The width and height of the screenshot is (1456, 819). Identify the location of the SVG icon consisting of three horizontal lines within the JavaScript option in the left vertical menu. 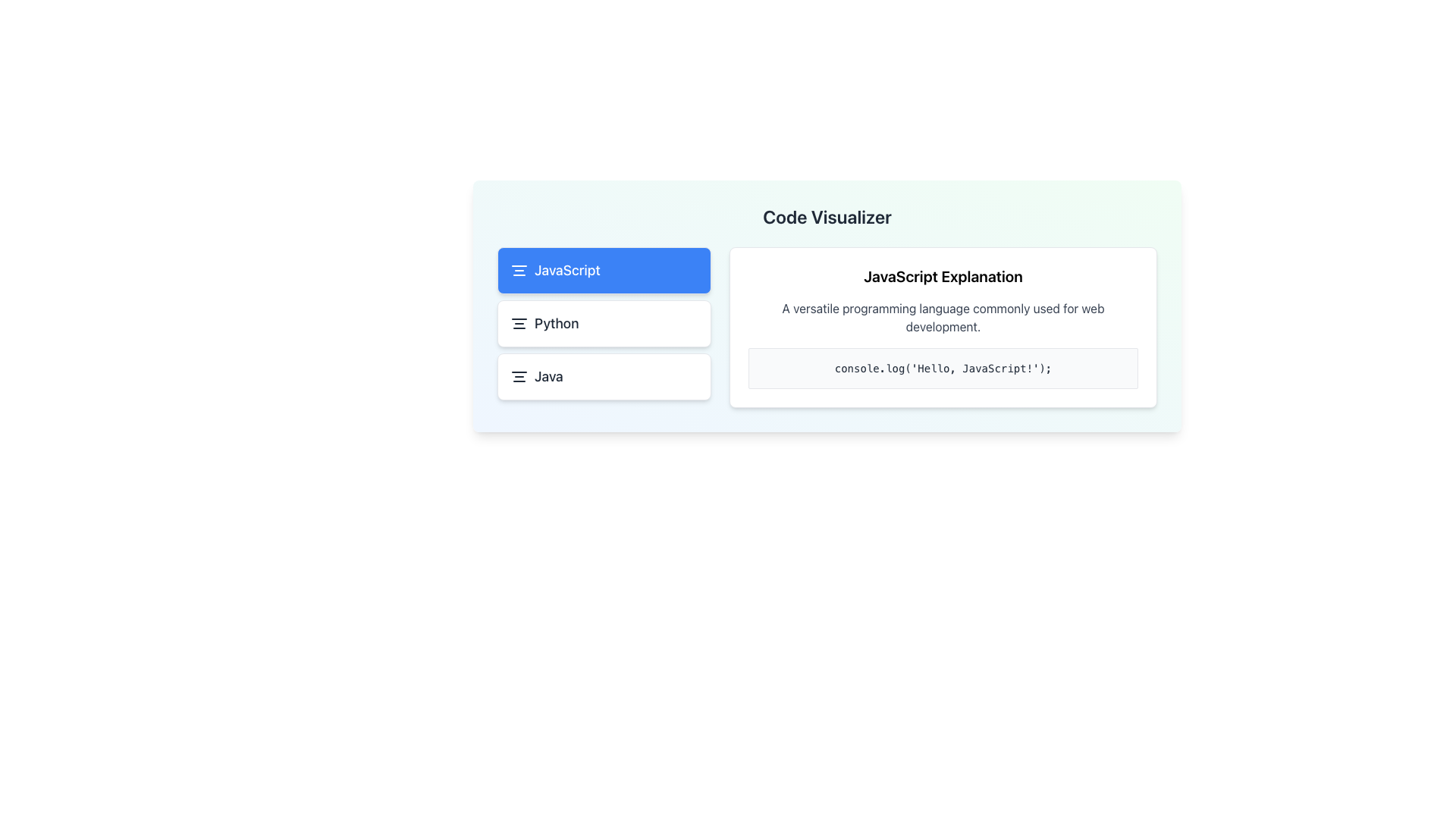
(519, 270).